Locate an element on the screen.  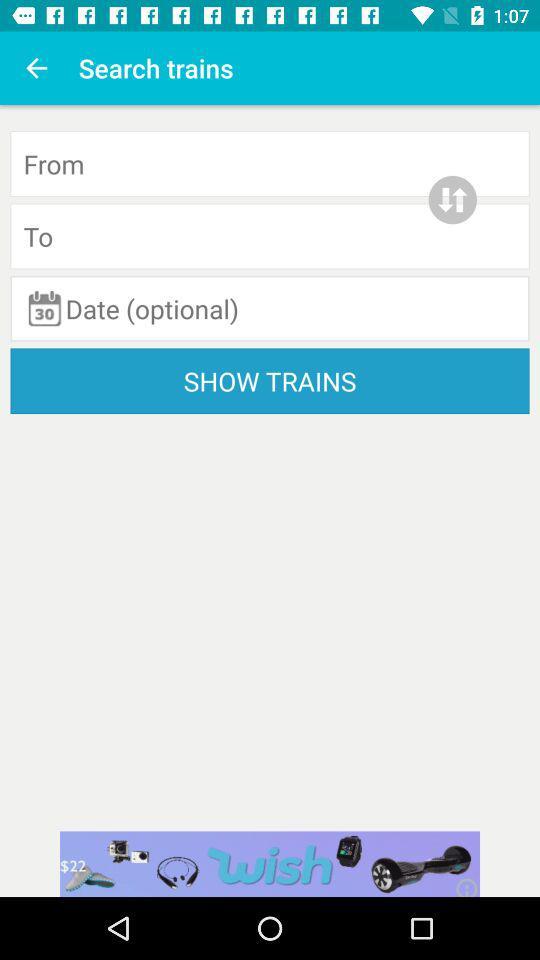
link to advertisement link is located at coordinates (270, 863).